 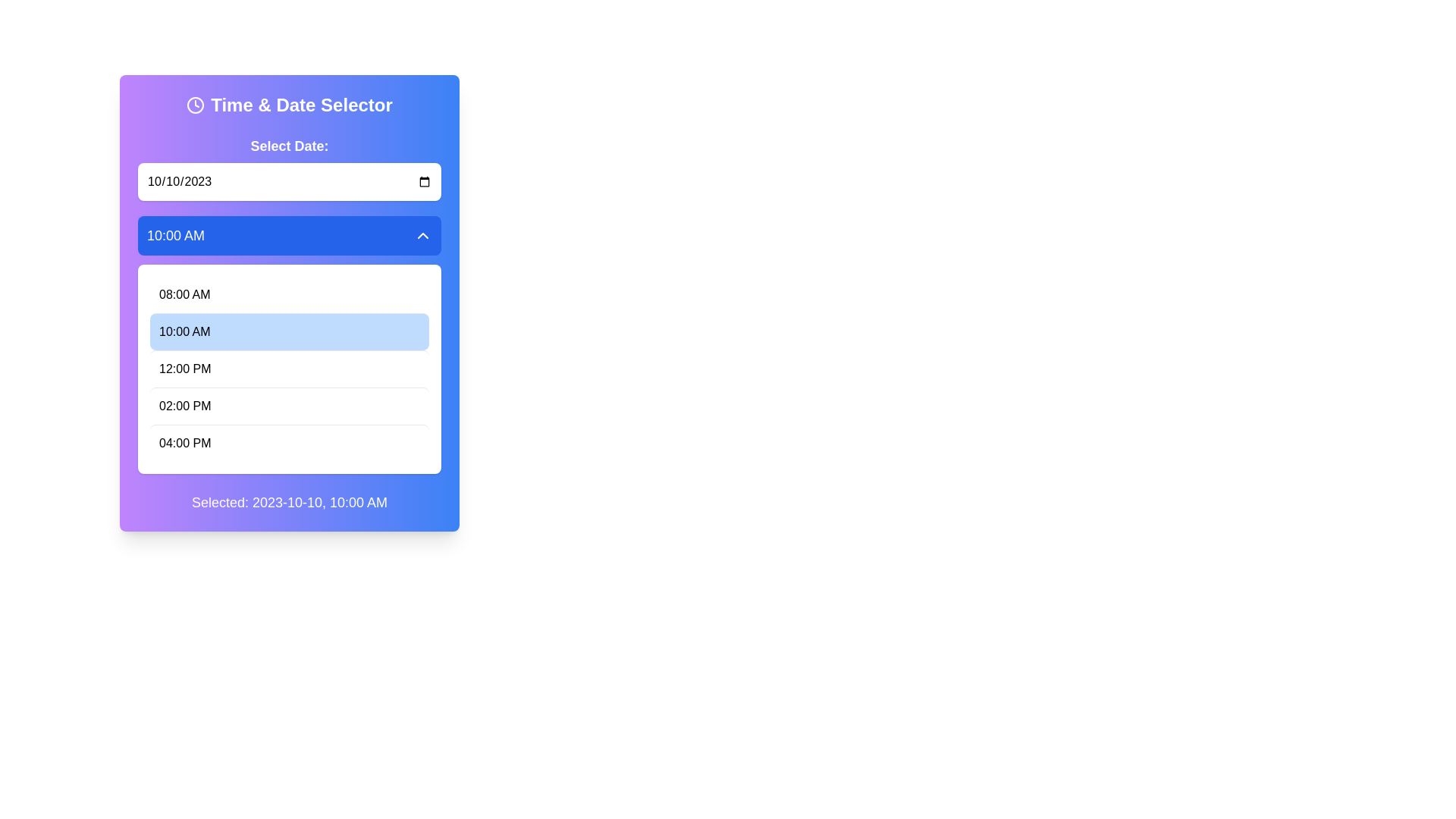 What do you see at coordinates (175, 236) in the screenshot?
I see `the currently selected time display in the 'Select Date' dropdown` at bounding box center [175, 236].